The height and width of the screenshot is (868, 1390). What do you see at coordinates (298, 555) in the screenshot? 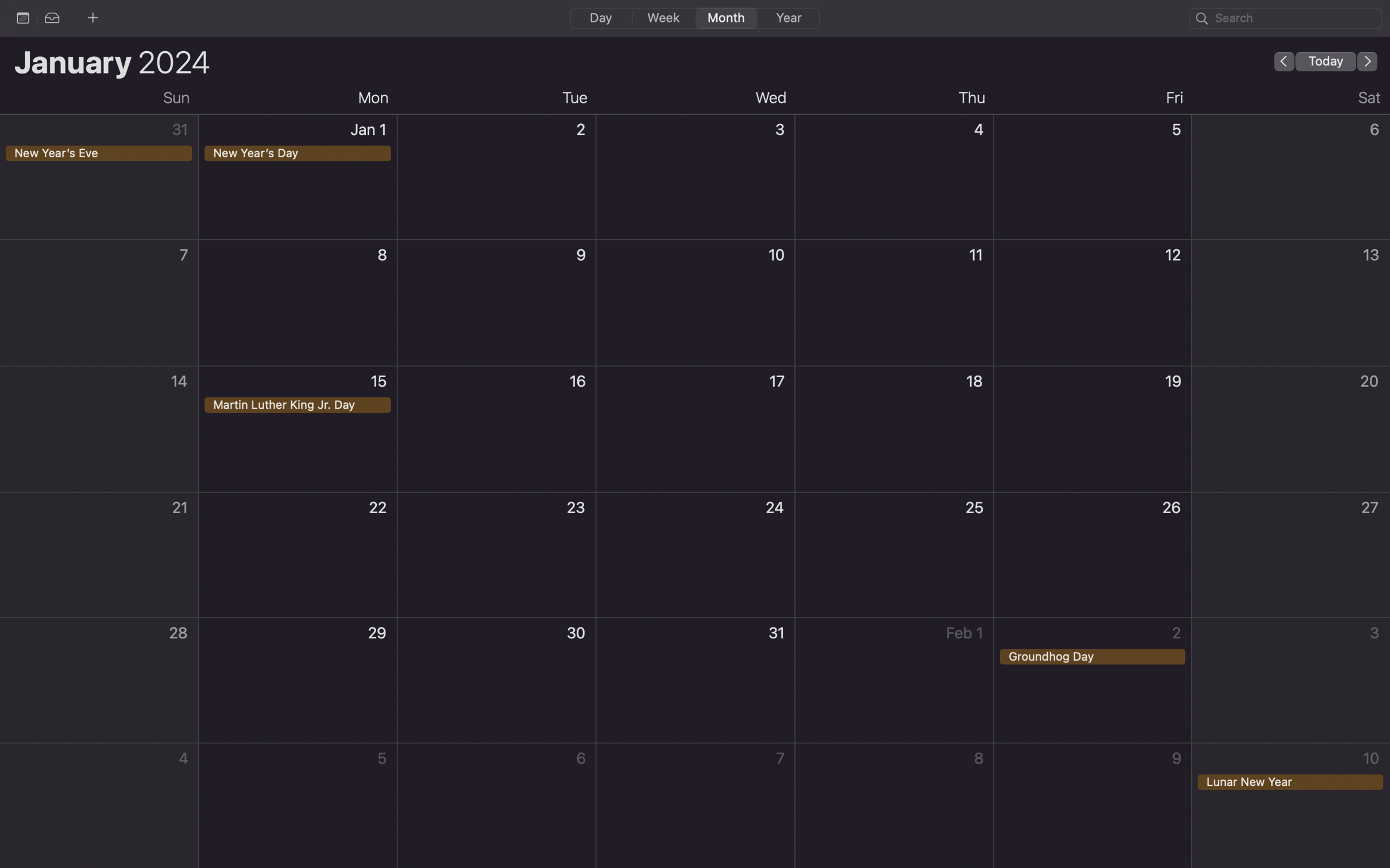
I see `Arrange a program on January 22` at bounding box center [298, 555].